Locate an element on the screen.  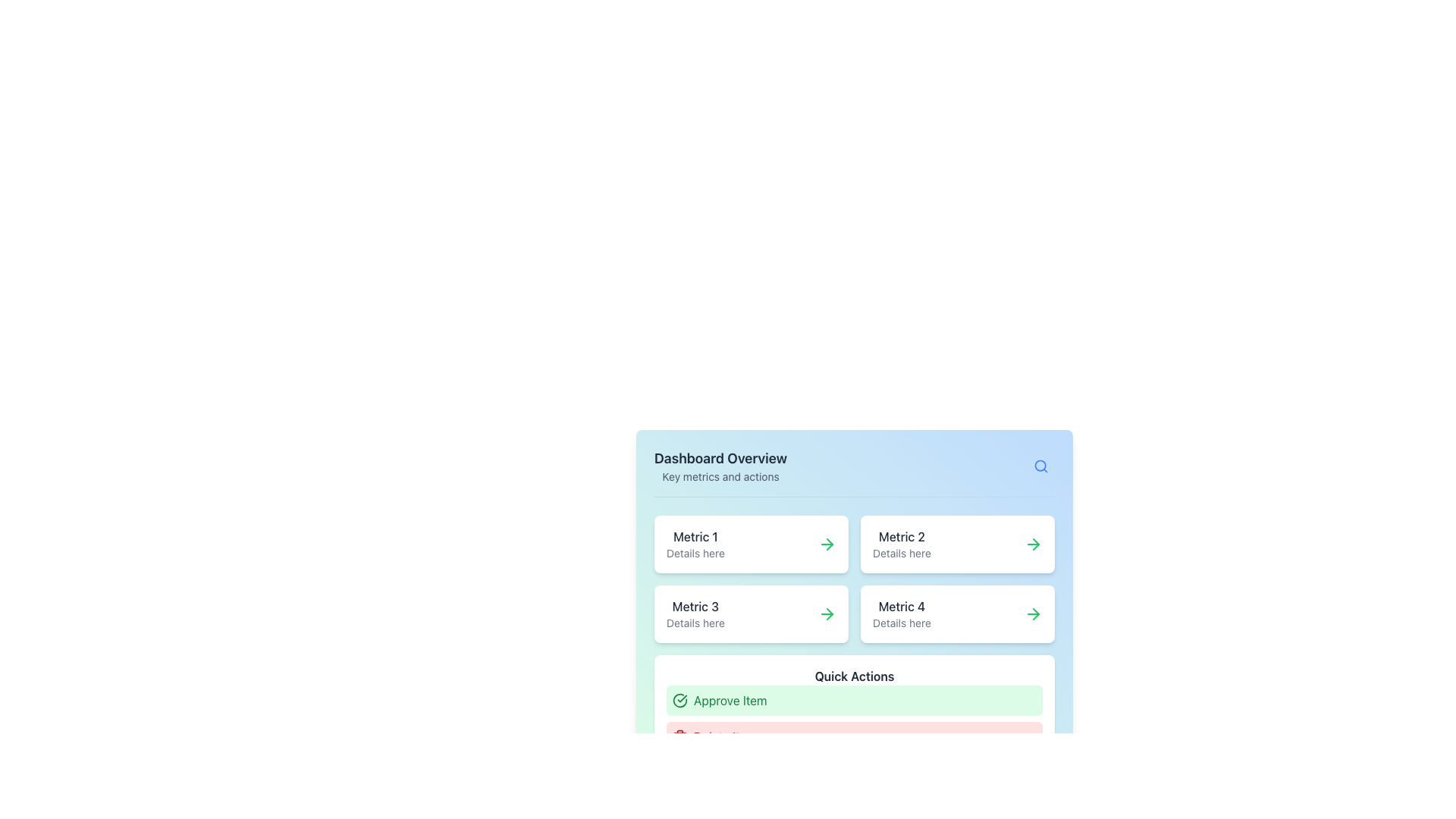
static text element displaying 'Details here' located below 'Metric 2' in the top-right area of the dashboard layout is located at coordinates (902, 553).